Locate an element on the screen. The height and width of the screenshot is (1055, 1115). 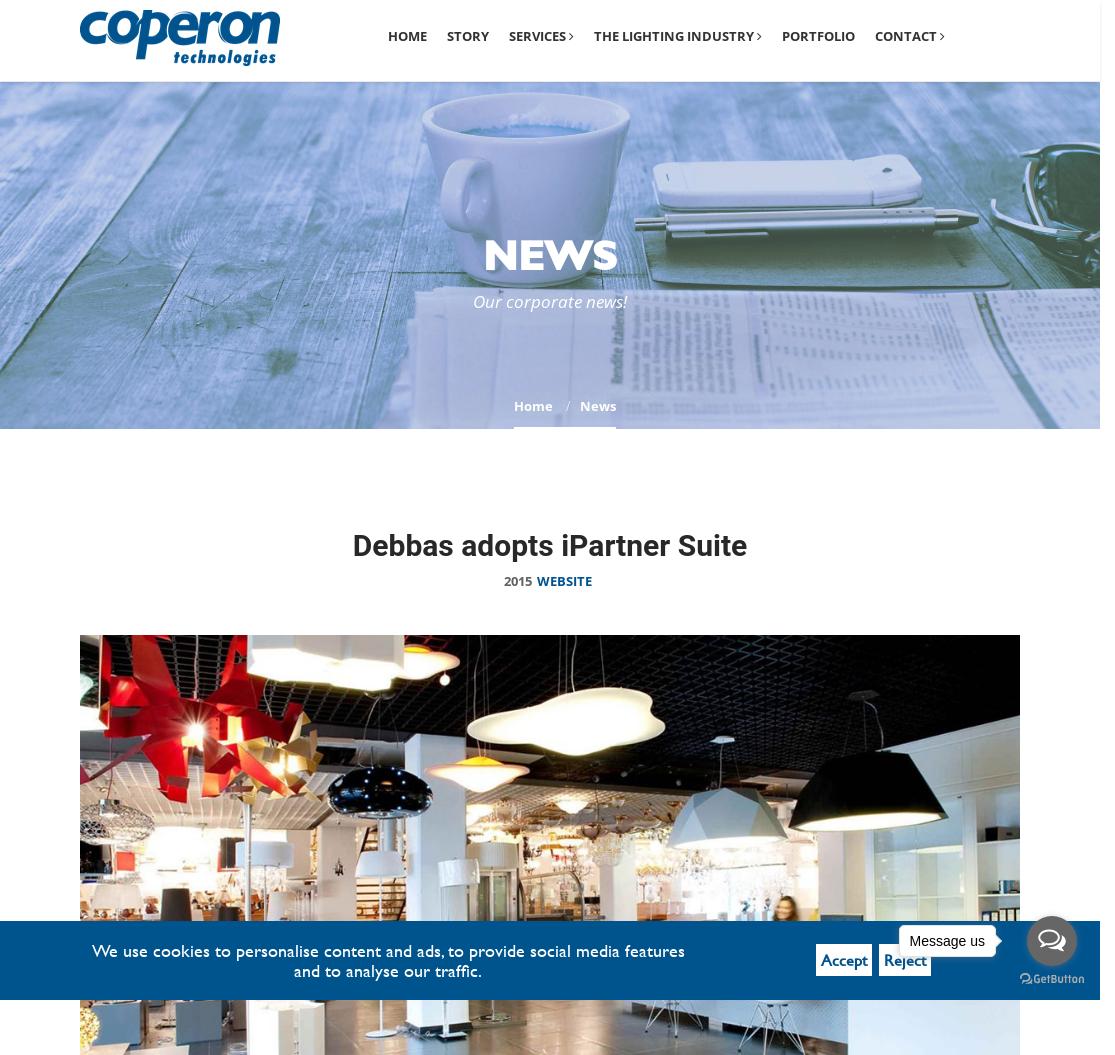
'Website' is located at coordinates (562, 579).